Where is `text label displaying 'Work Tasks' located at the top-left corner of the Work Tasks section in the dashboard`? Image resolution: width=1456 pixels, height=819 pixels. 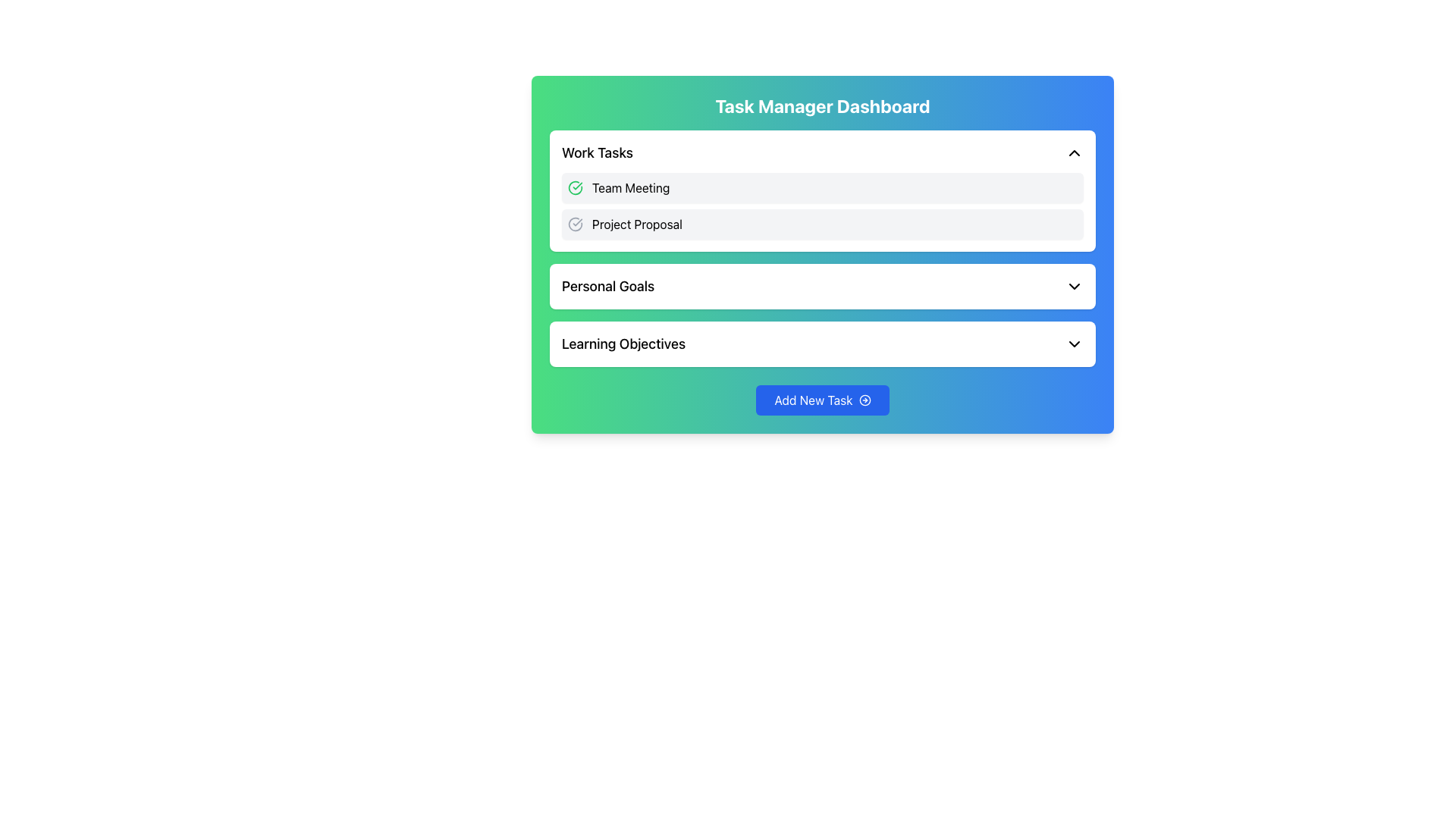
text label displaying 'Work Tasks' located at the top-left corner of the Work Tasks section in the dashboard is located at coordinates (596, 152).